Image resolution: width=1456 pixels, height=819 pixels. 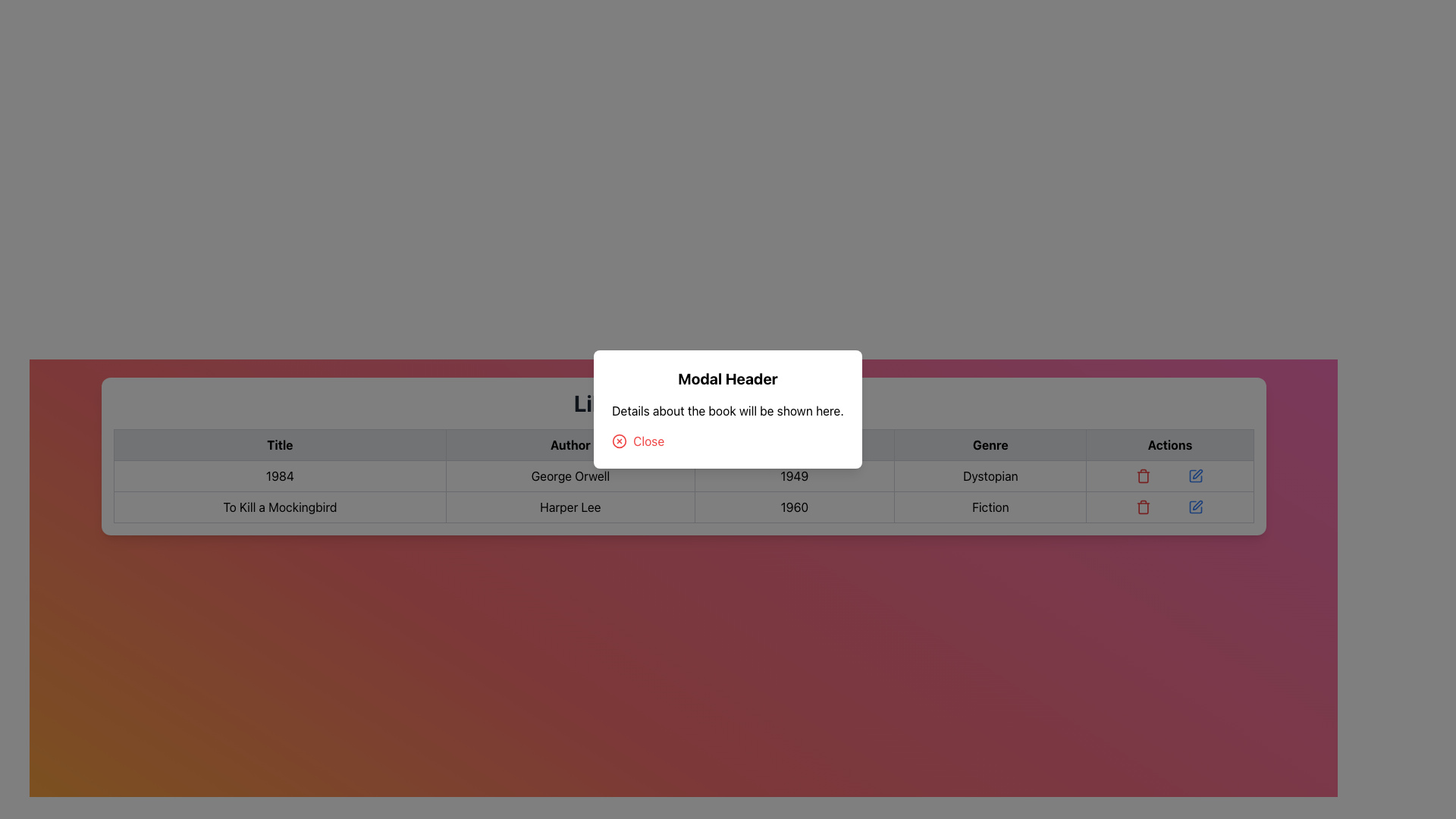 I want to click on interactive elements within the second row of the book details table, which displays attributes such as title, author, publication year, and genre, so click(x=682, y=491).